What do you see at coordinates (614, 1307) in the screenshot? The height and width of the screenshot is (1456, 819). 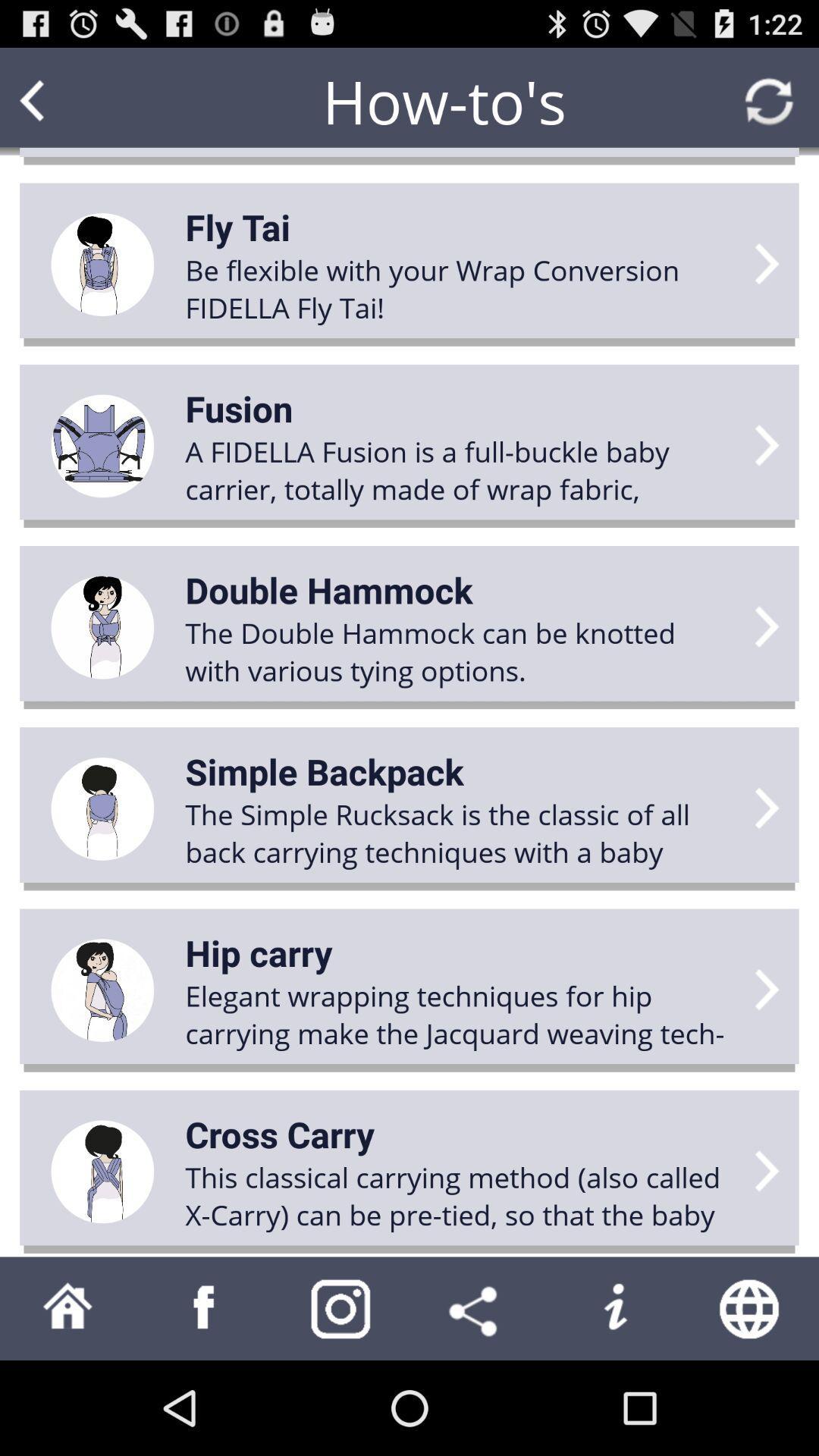 I see `information page` at bounding box center [614, 1307].